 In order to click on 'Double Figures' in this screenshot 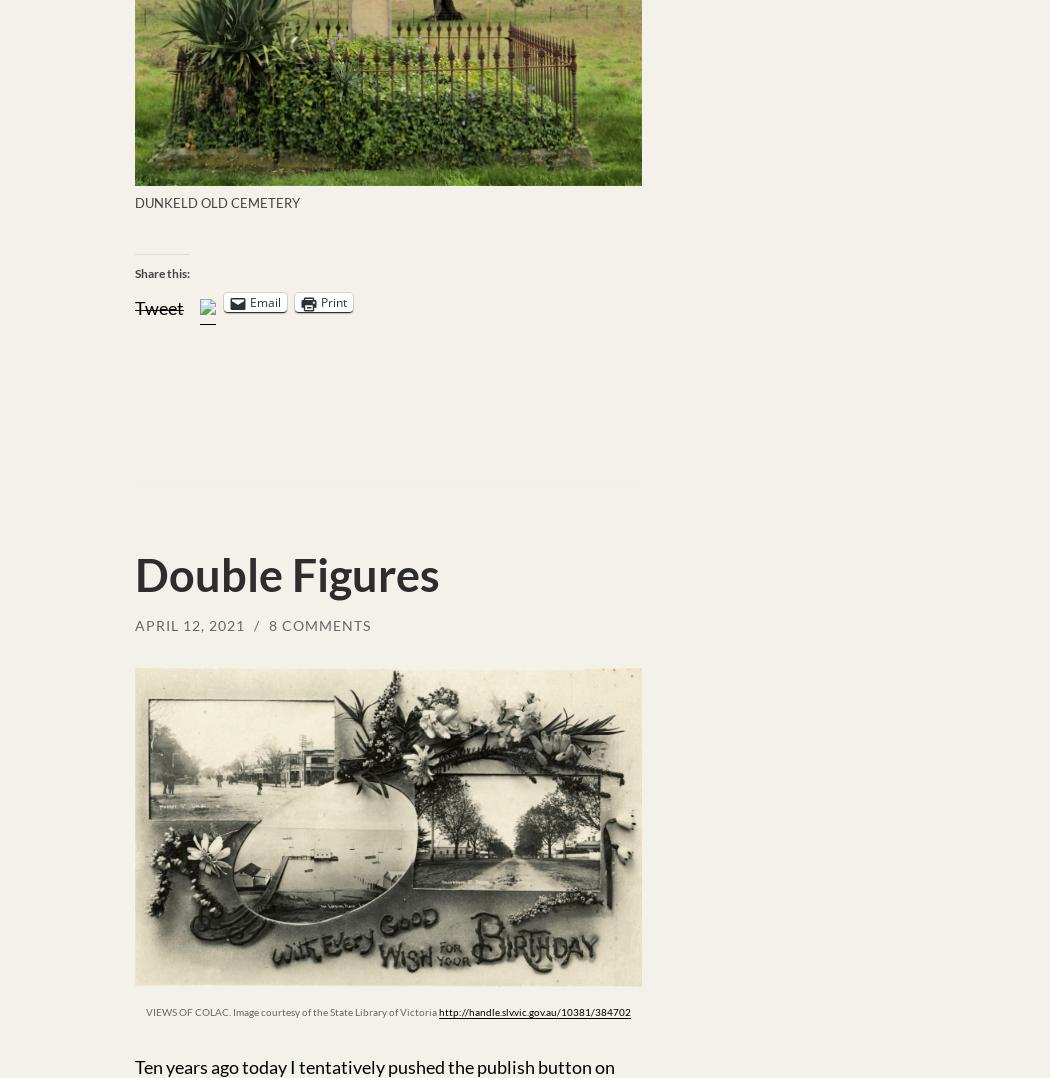, I will do `click(286, 574)`.